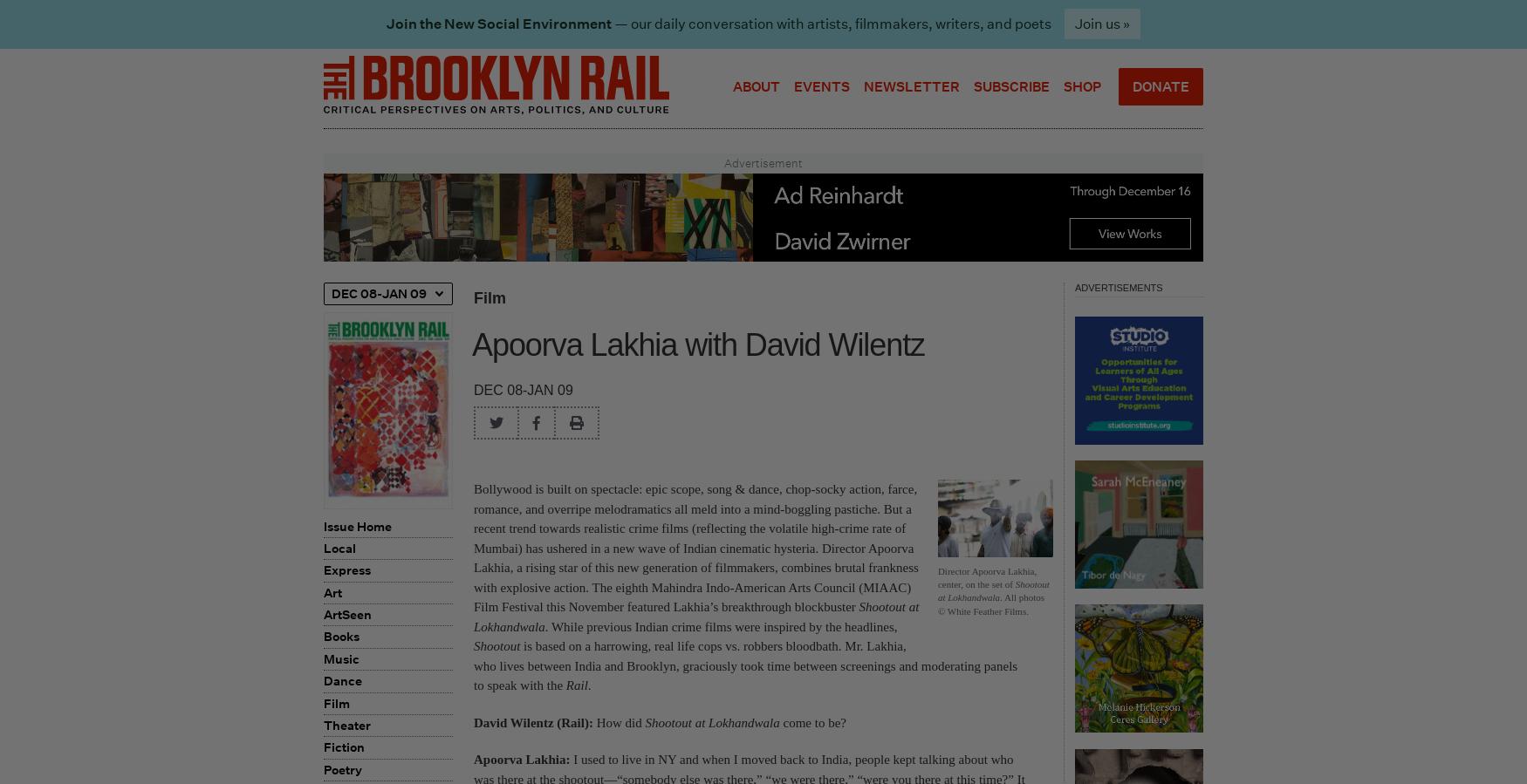 The height and width of the screenshot is (784, 1527). I want to click on 'Subscribe', so click(1010, 85).